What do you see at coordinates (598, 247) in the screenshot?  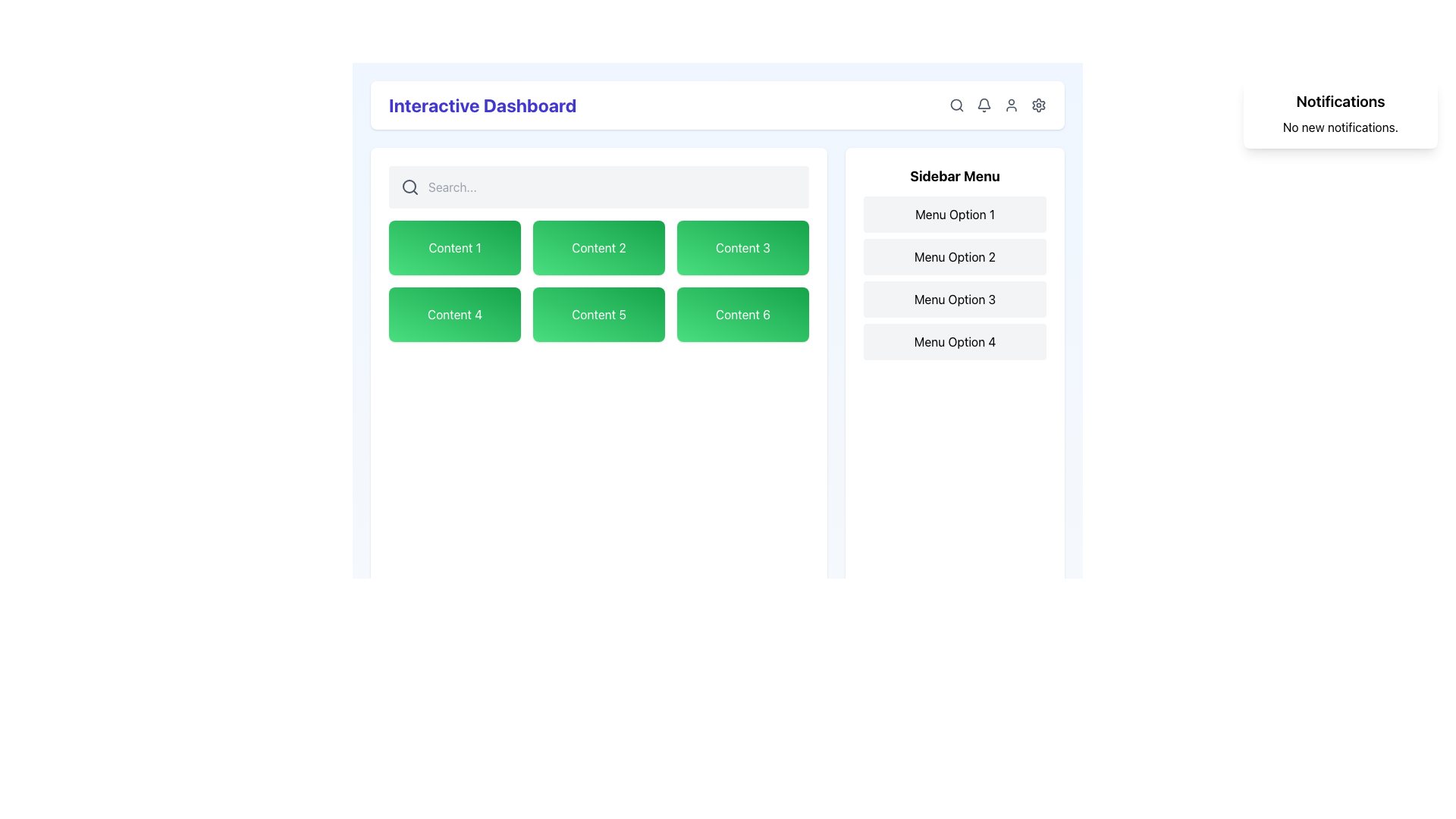 I see `the button labeled 'Content 2', which is a rectangular button with rounded edges, featuring a gradient background from light green to dark green and white centered text` at bounding box center [598, 247].